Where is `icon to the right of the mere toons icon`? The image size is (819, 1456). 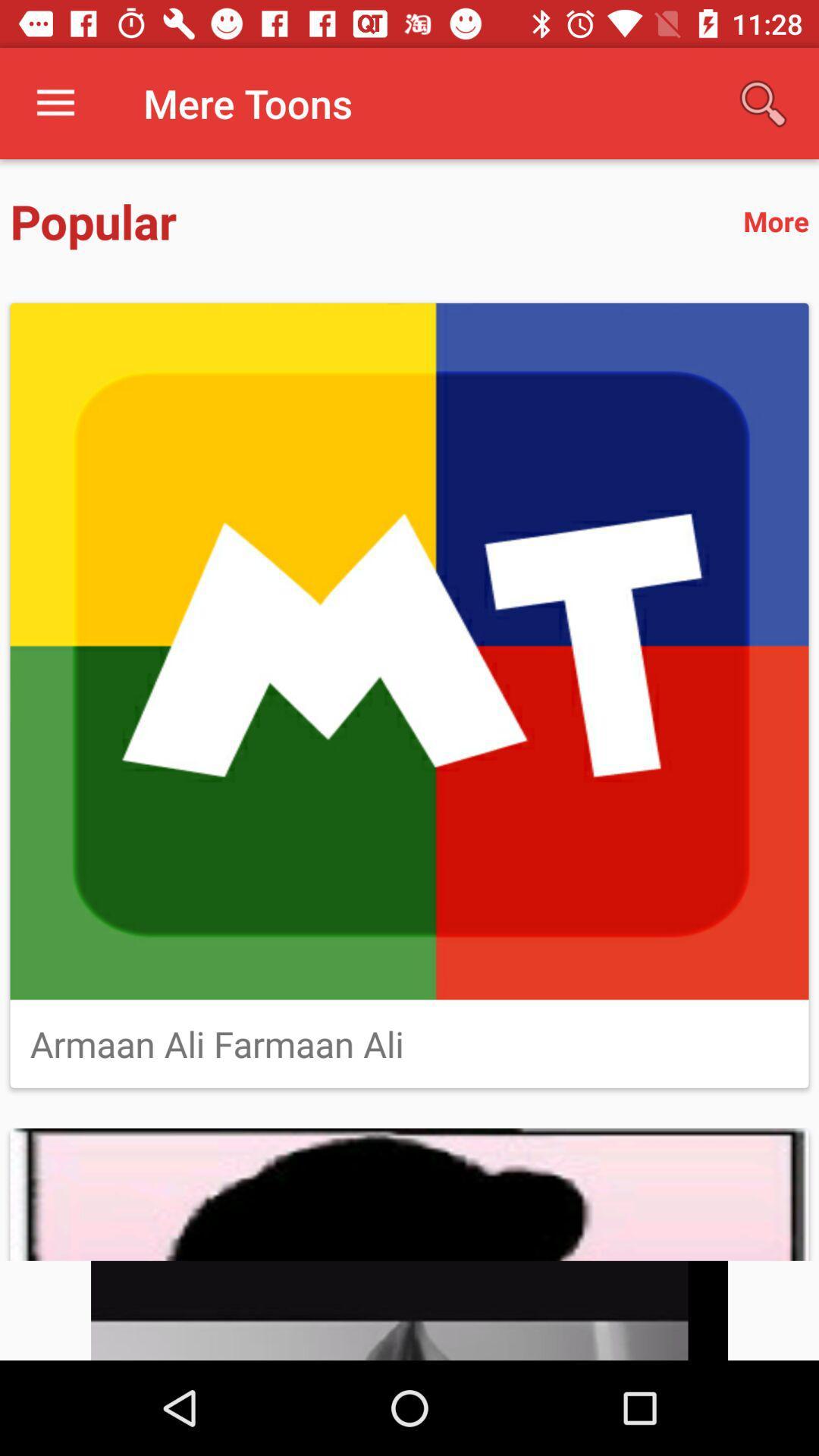 icon to the right of the mere toons icon is located at coordinates (763, 102).